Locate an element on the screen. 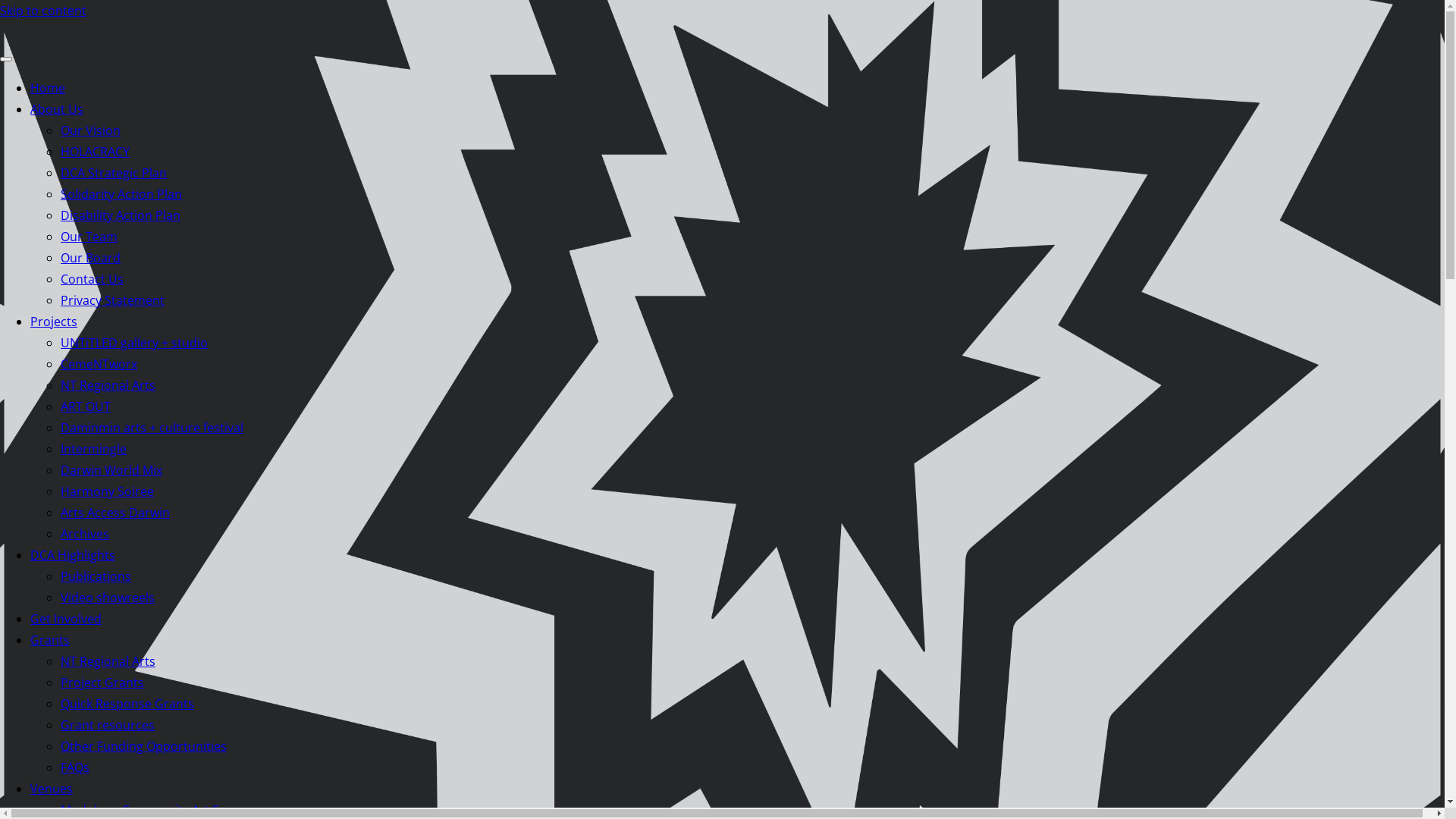 The height and width of the screenshot is (819, 1456). 'Video showreels' is located at coordinates (107, 596).